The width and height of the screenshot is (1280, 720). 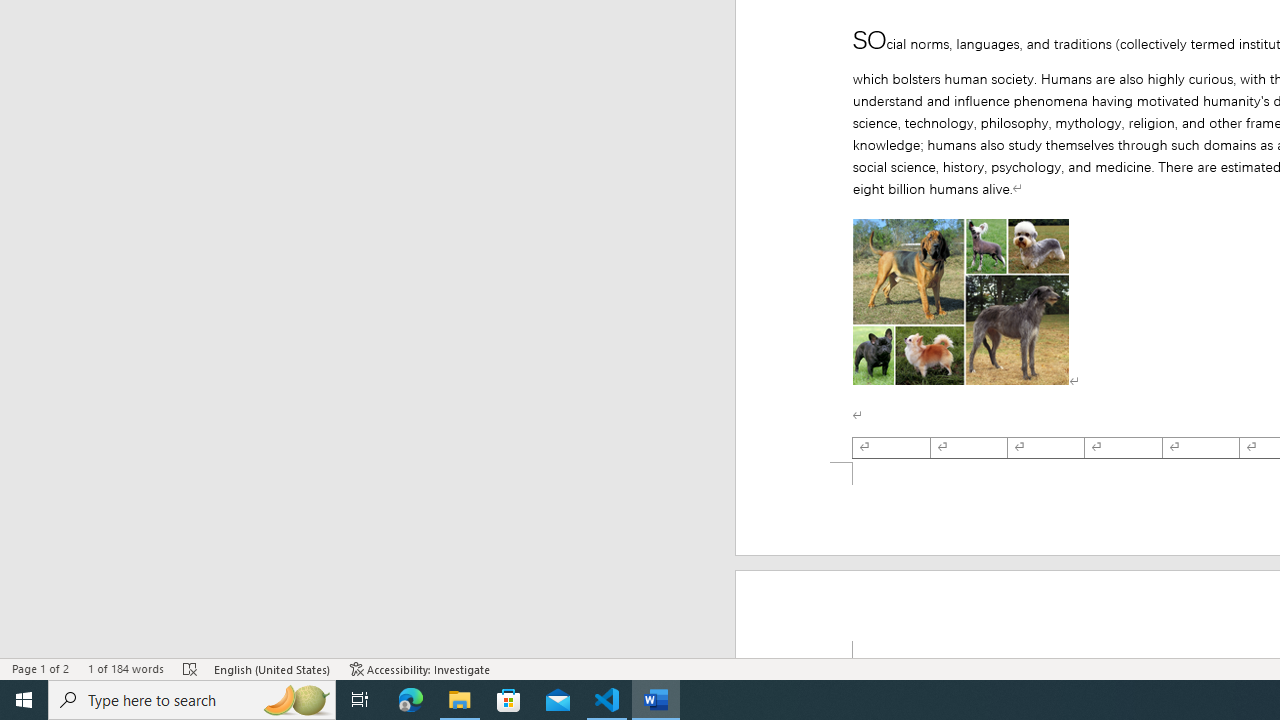 I want to click on 'Morphological variation in six dogs', so click(x=960, y=302).